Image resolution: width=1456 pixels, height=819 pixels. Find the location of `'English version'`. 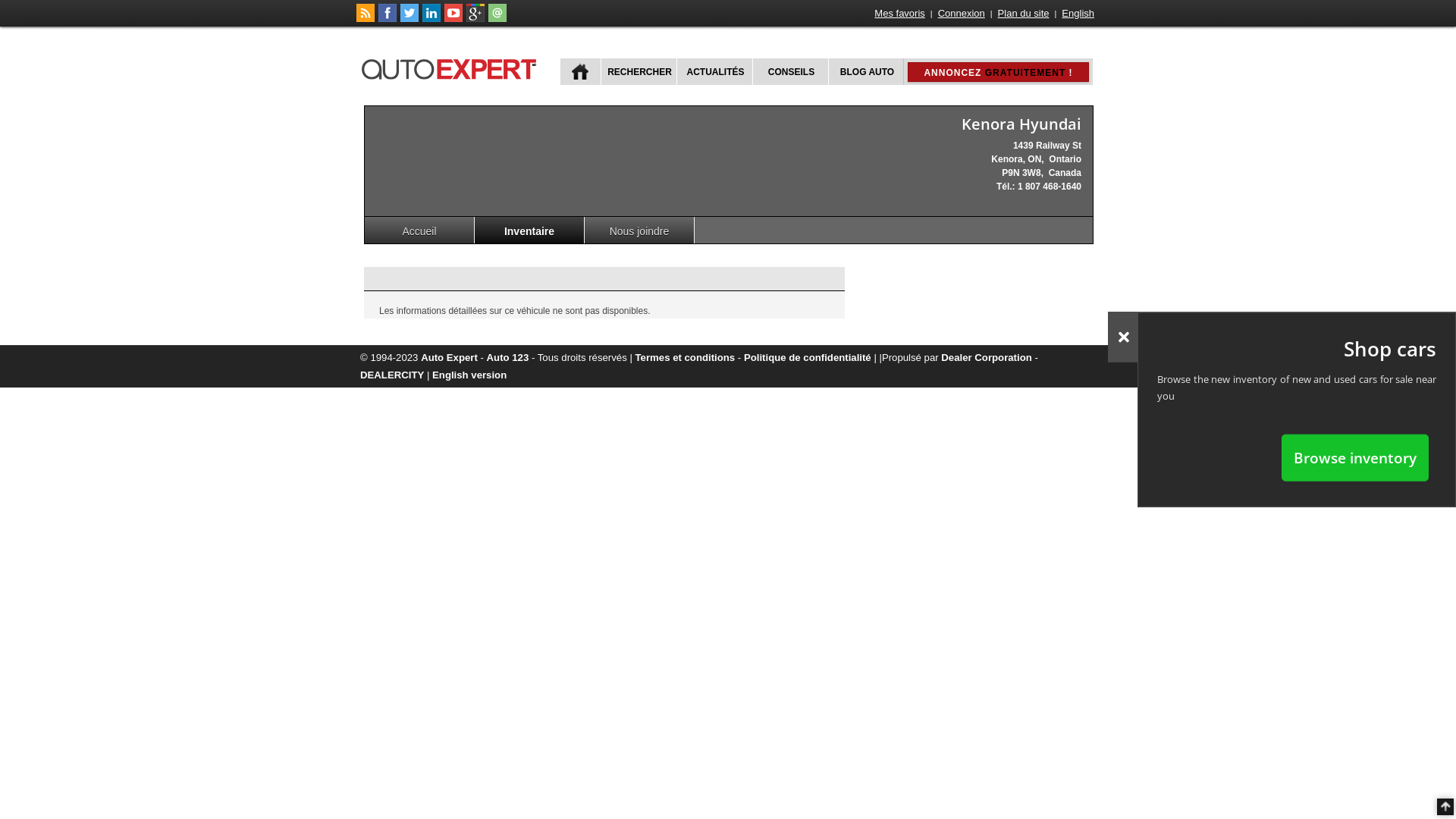

'English version' is located at coordinates (469, 375).